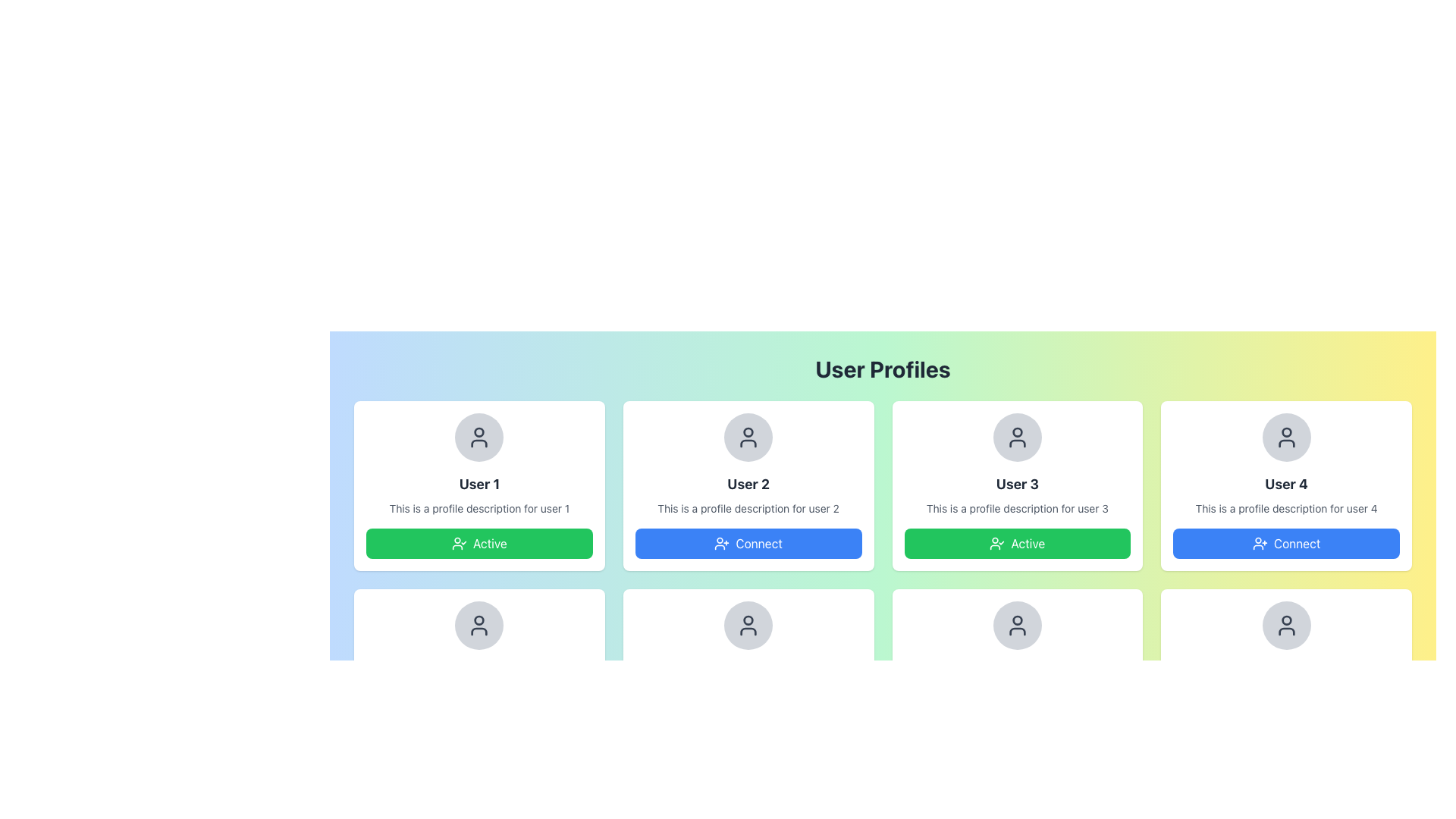  What do you see at coordinates (1017, 632) in the screenshot?
I see `the body section of the SVG user icon, which is located centrally beneath the circular part of the icon` at bounding box center [1017, 632].